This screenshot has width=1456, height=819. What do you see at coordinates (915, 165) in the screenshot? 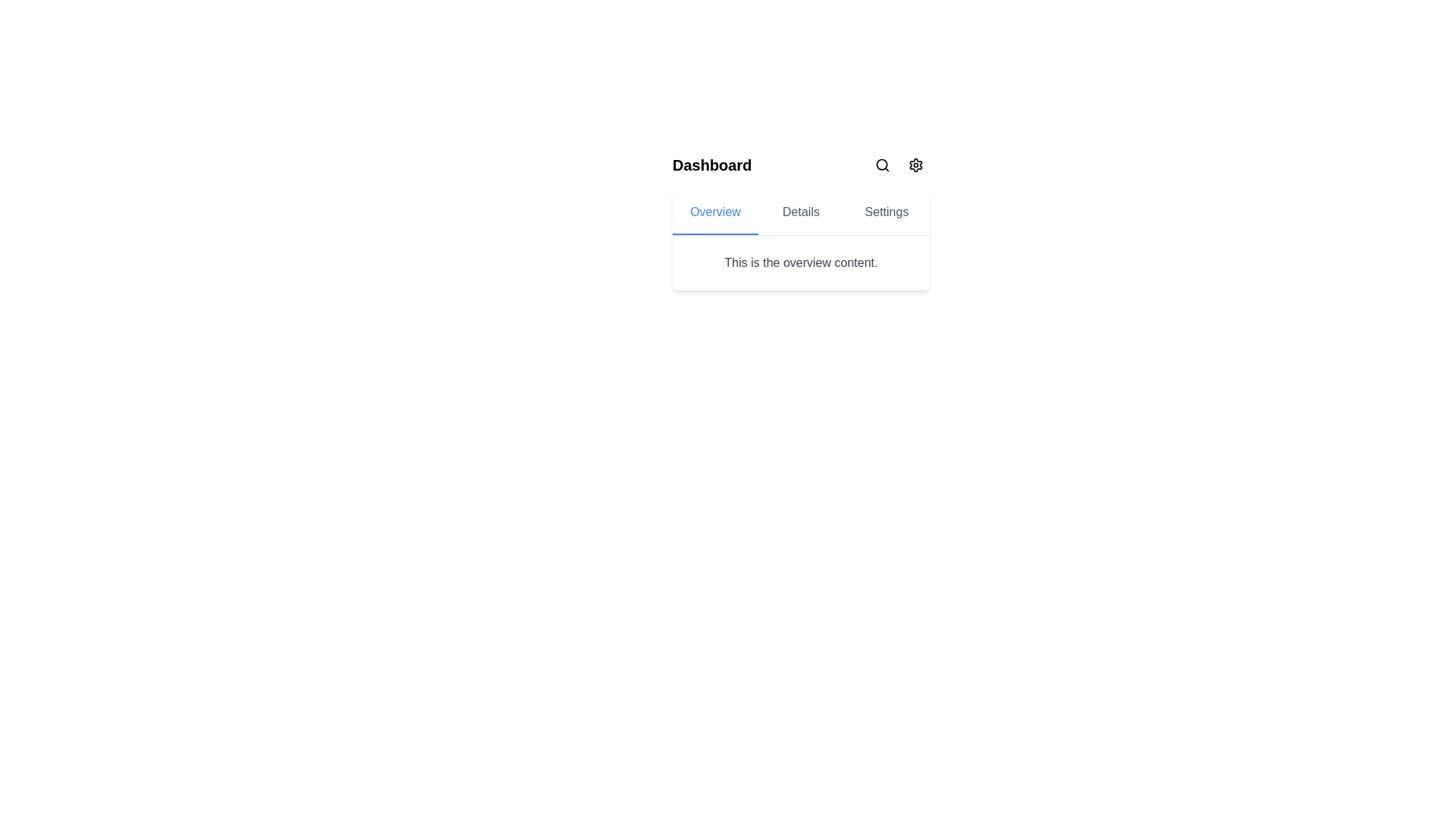
I see `the settings button located in the top right area of the interface` at bounding box center [915, 165].